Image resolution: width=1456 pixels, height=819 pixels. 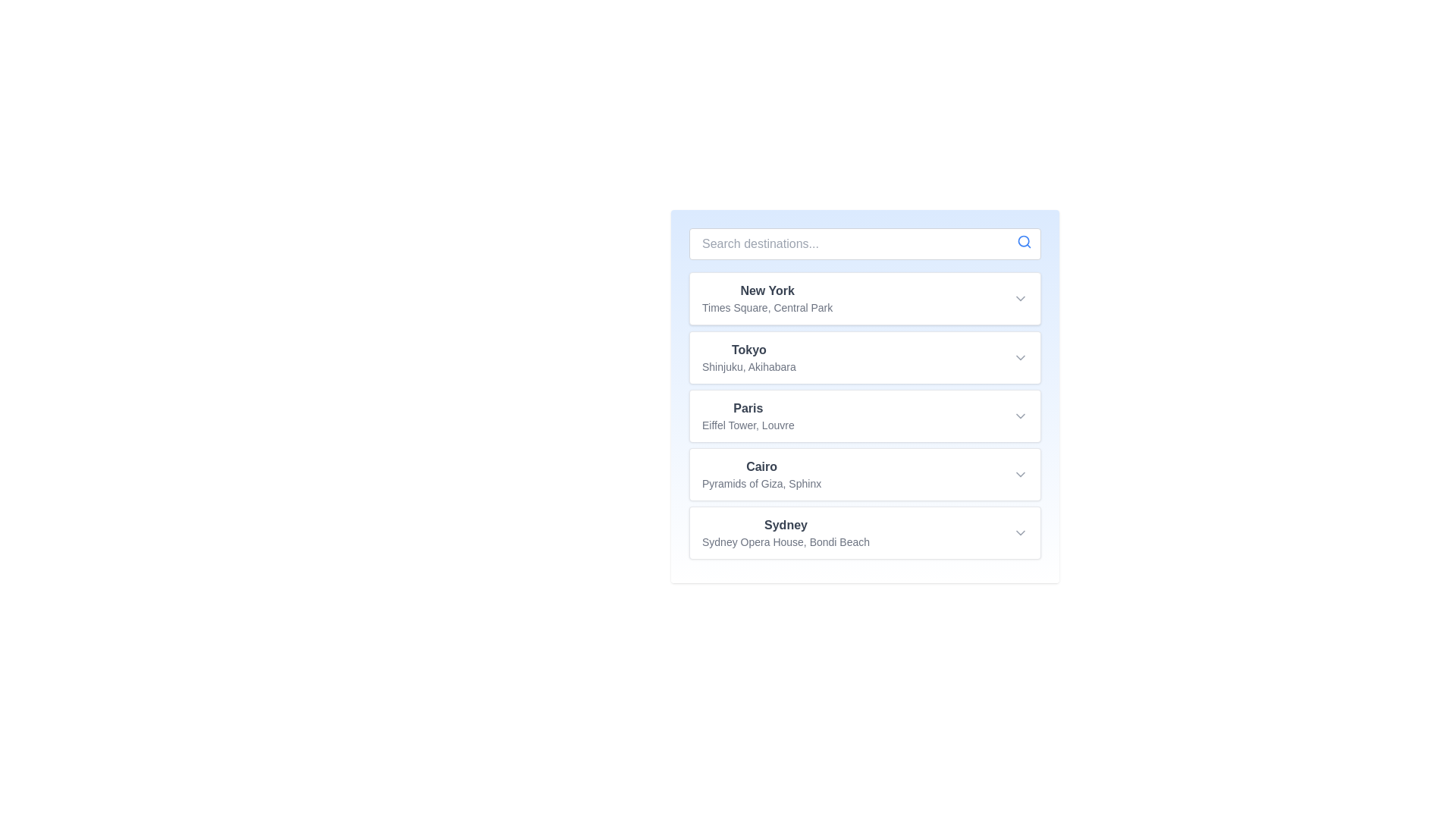 What do you see at coordinates (767, 298) in the screenshot?
I see `the first item in the vertical list of destinations, which displays information about a specific destination's name and notable locations` at bounding box center [767, 298].